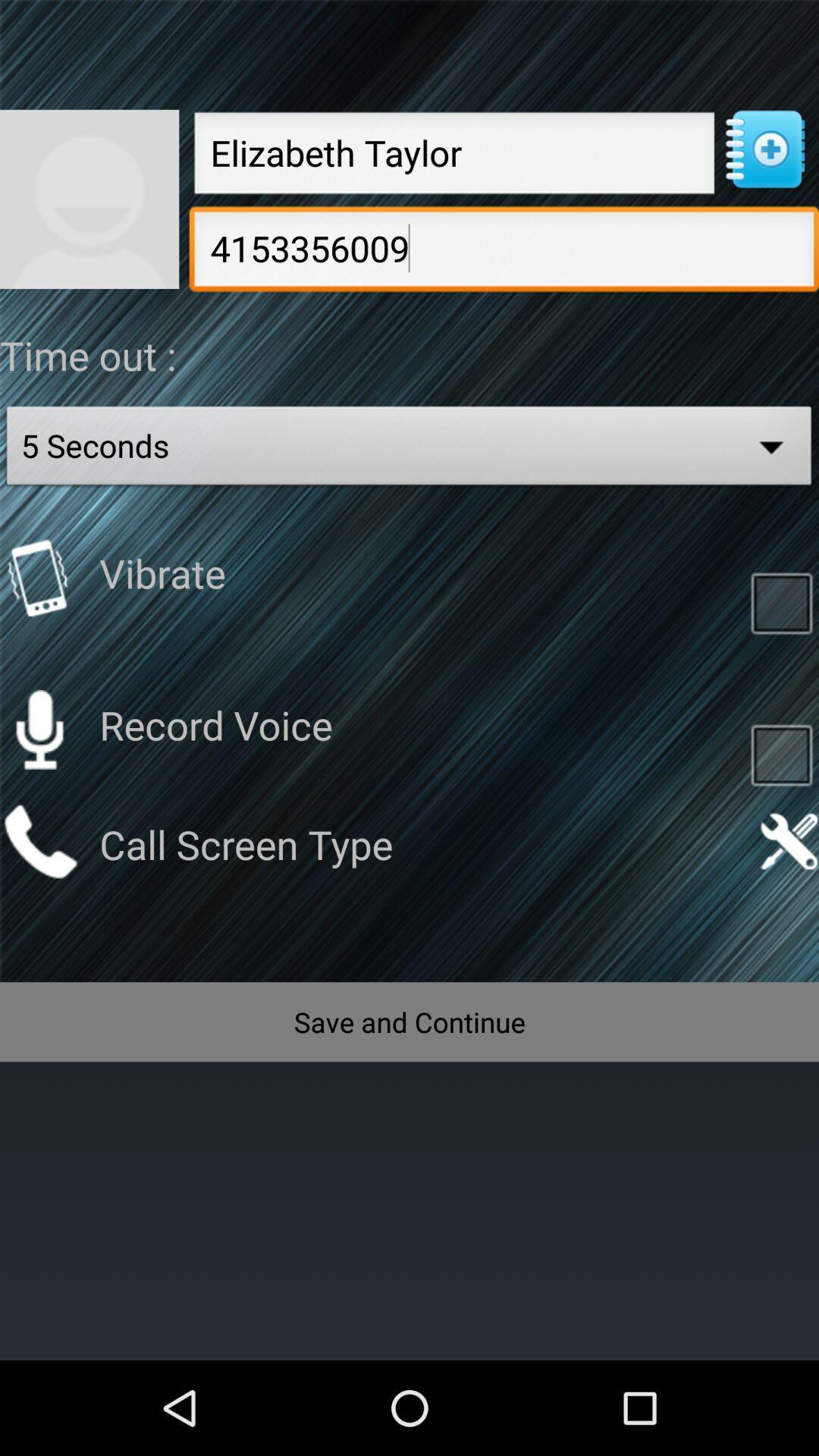 The width and height of the screenshot is (819, 1456). Describe the element at coordinates (788, 841) in the screenshot. I see `settings` at that location.